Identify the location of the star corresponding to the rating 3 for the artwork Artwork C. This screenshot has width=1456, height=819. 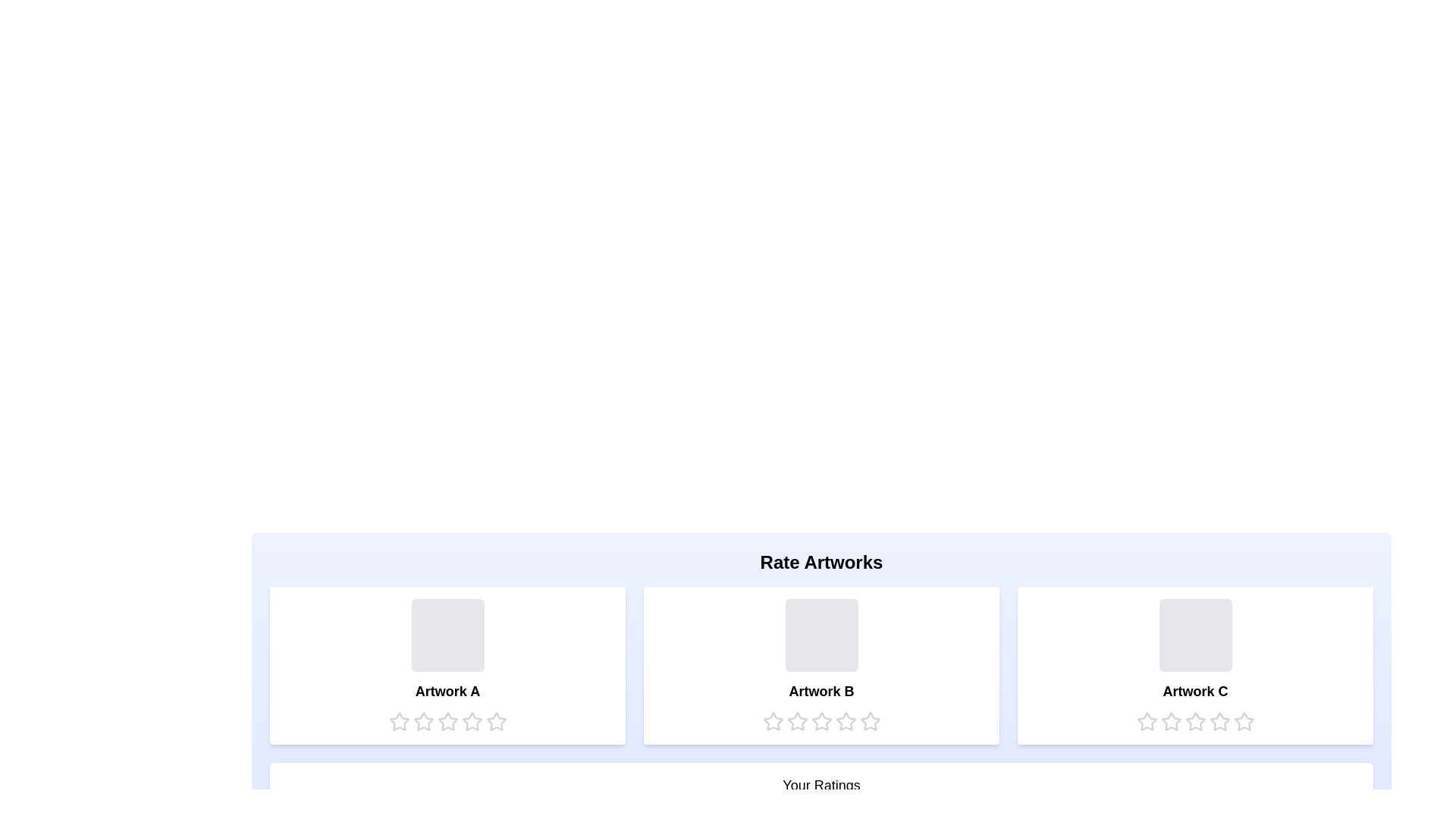
(1194, 721).